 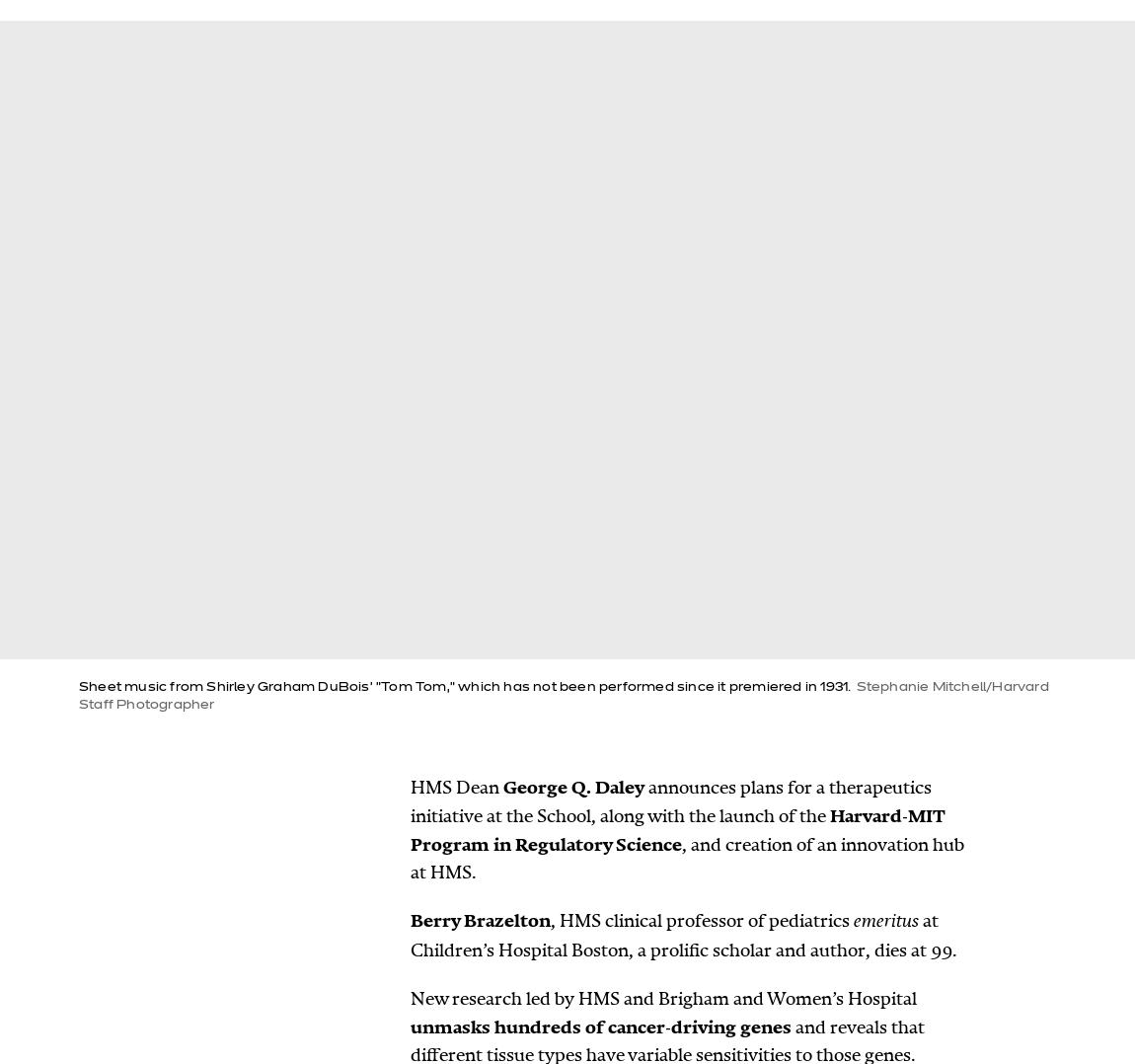 I want to click on 'Stephanie Mitchell/Harvard Staff Photographer', so click(x=563, y=695).